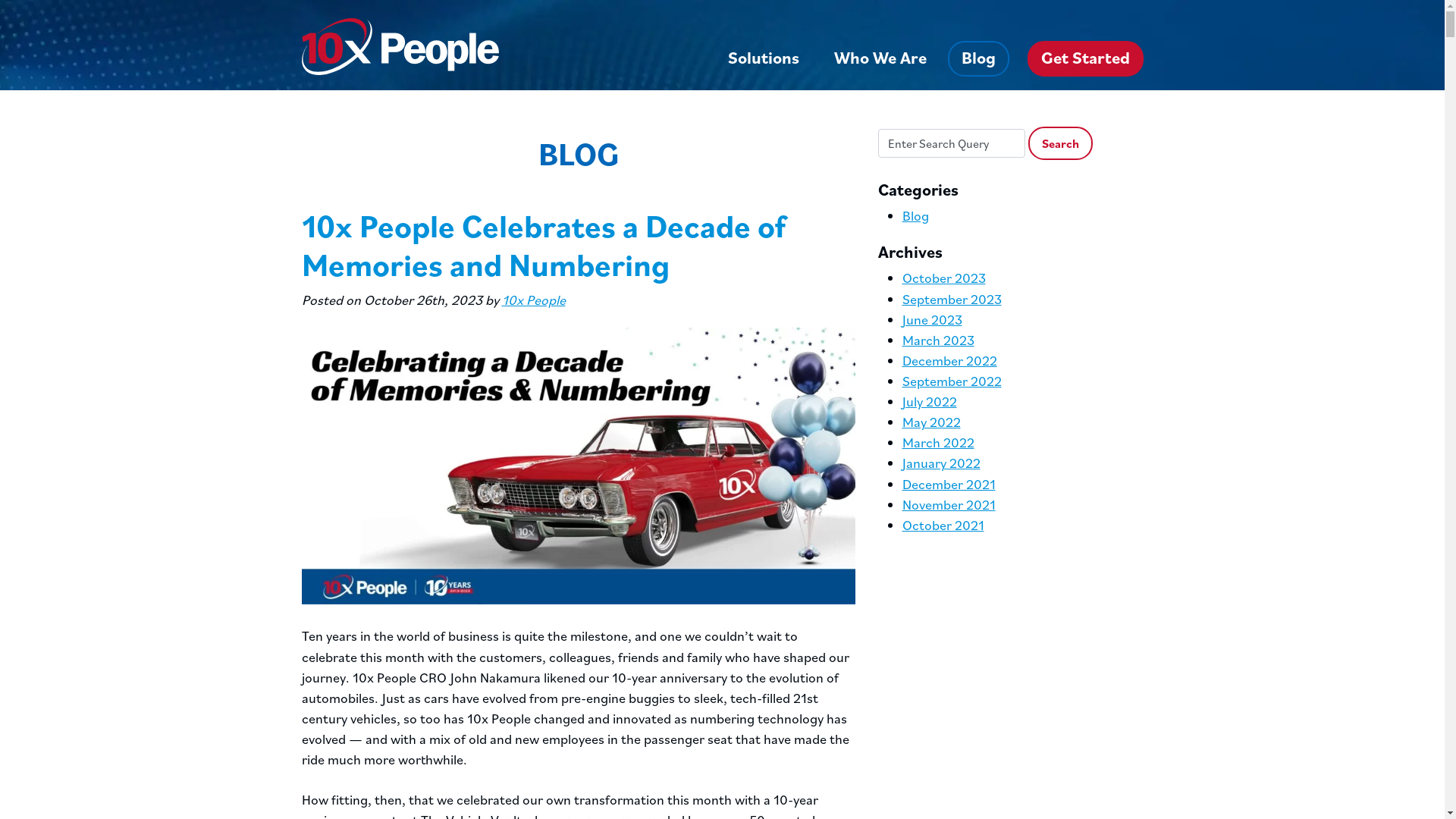  I want to click on 'September 2022', so click(951, 380).